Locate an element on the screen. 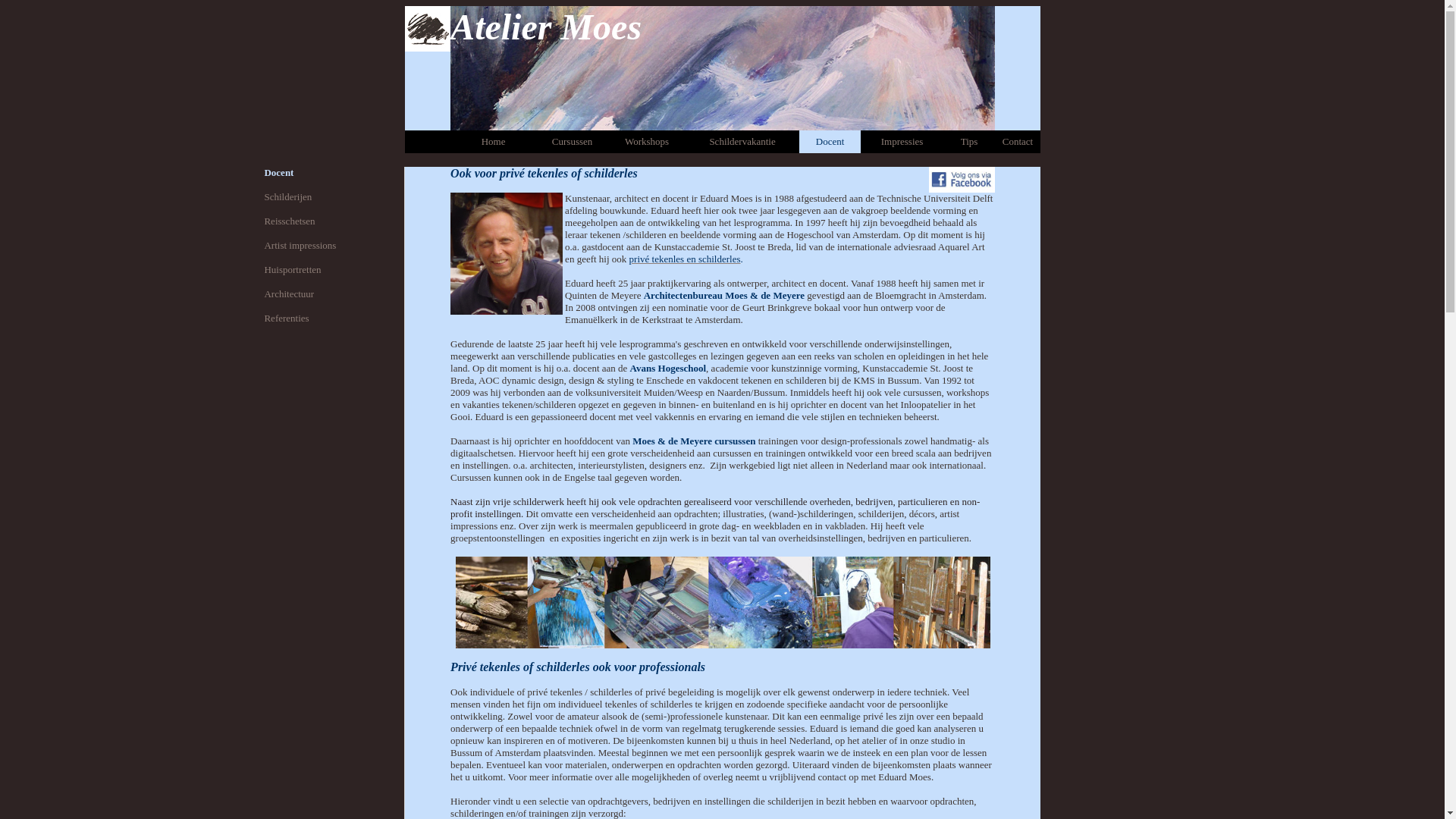  'Impressies' is located at coordinates (880, 141).